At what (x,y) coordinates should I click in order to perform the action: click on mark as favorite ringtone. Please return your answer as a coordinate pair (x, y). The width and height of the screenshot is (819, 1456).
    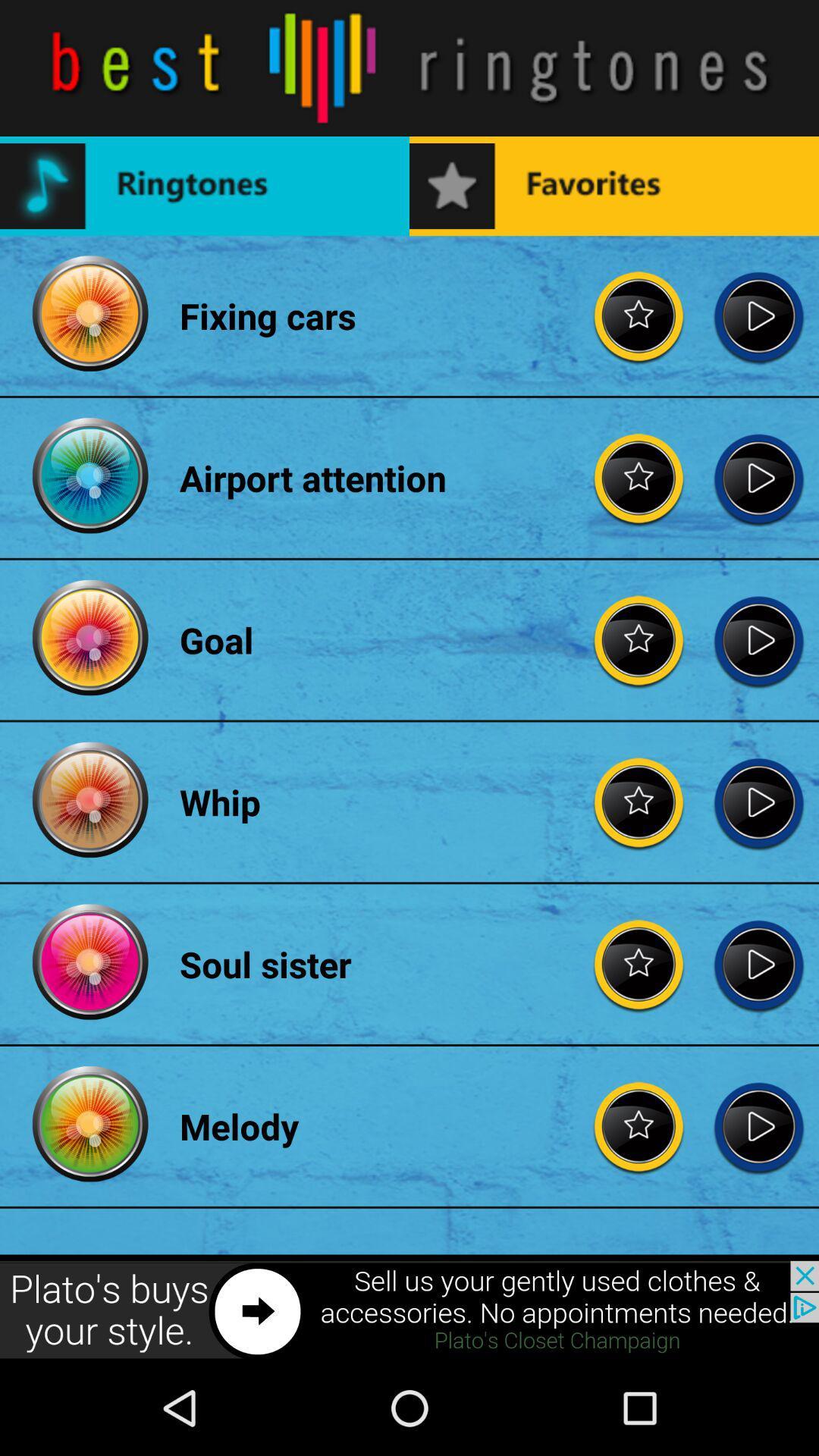
    Looking at the image, I should click on (639, 477).